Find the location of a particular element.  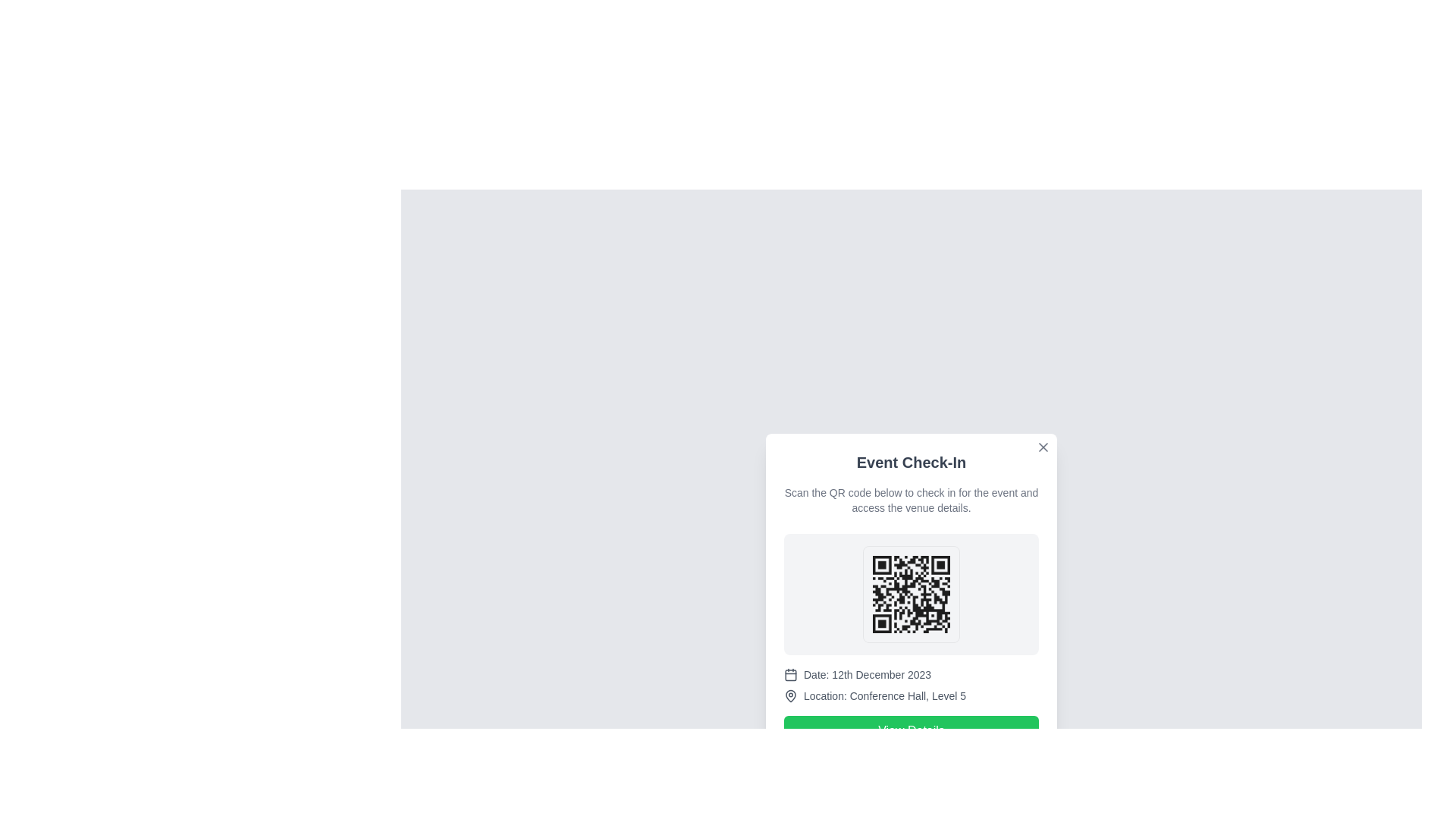

the close button located at the top right corner of the 'Event Check-In' modal is located at coordinates (1043, 447).